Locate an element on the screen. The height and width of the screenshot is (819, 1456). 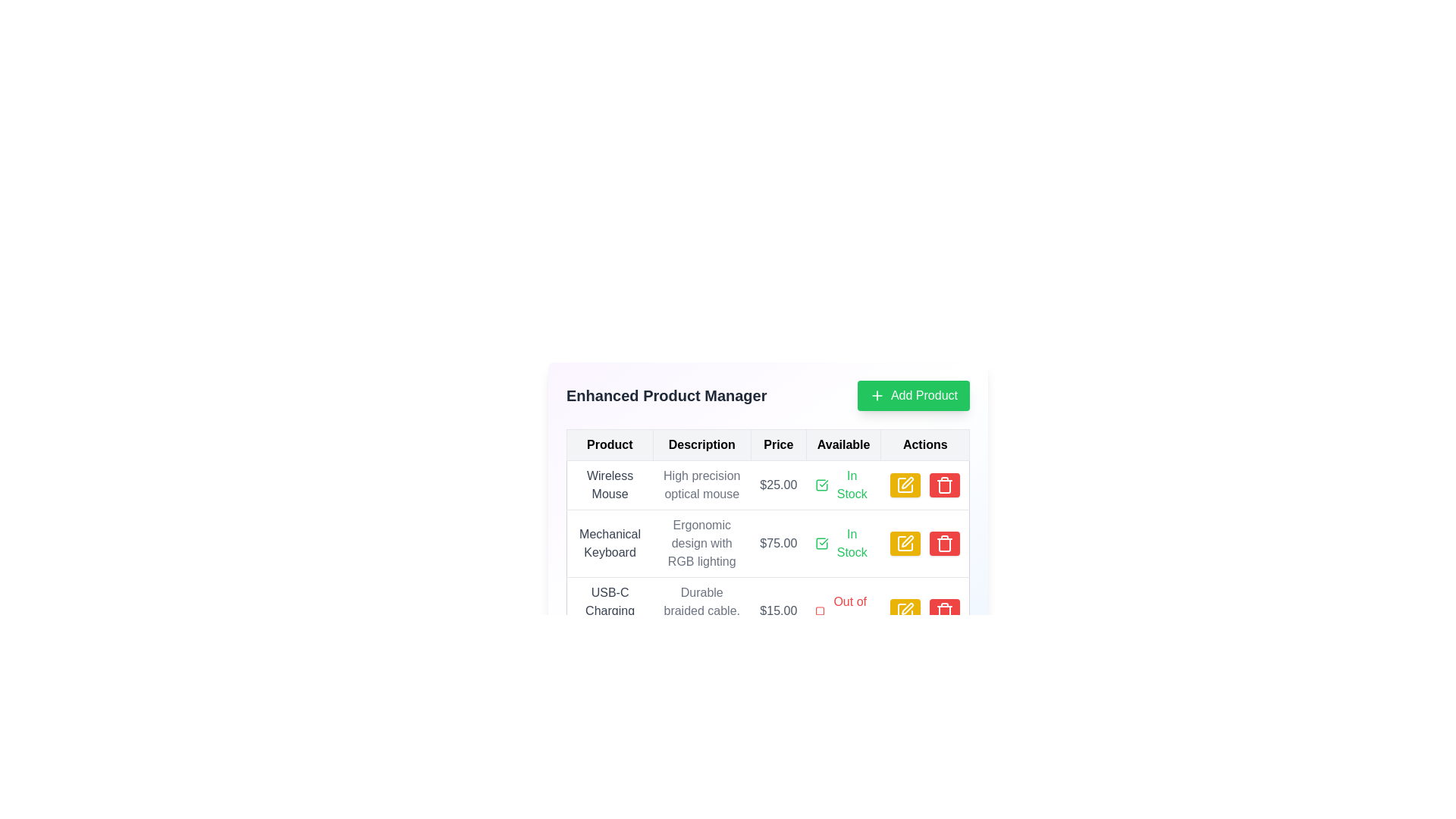
the text label displaying 'Mechanical Keyboard' located in the second row of the 'Product' column in the table is located at coordinates (610, 543).